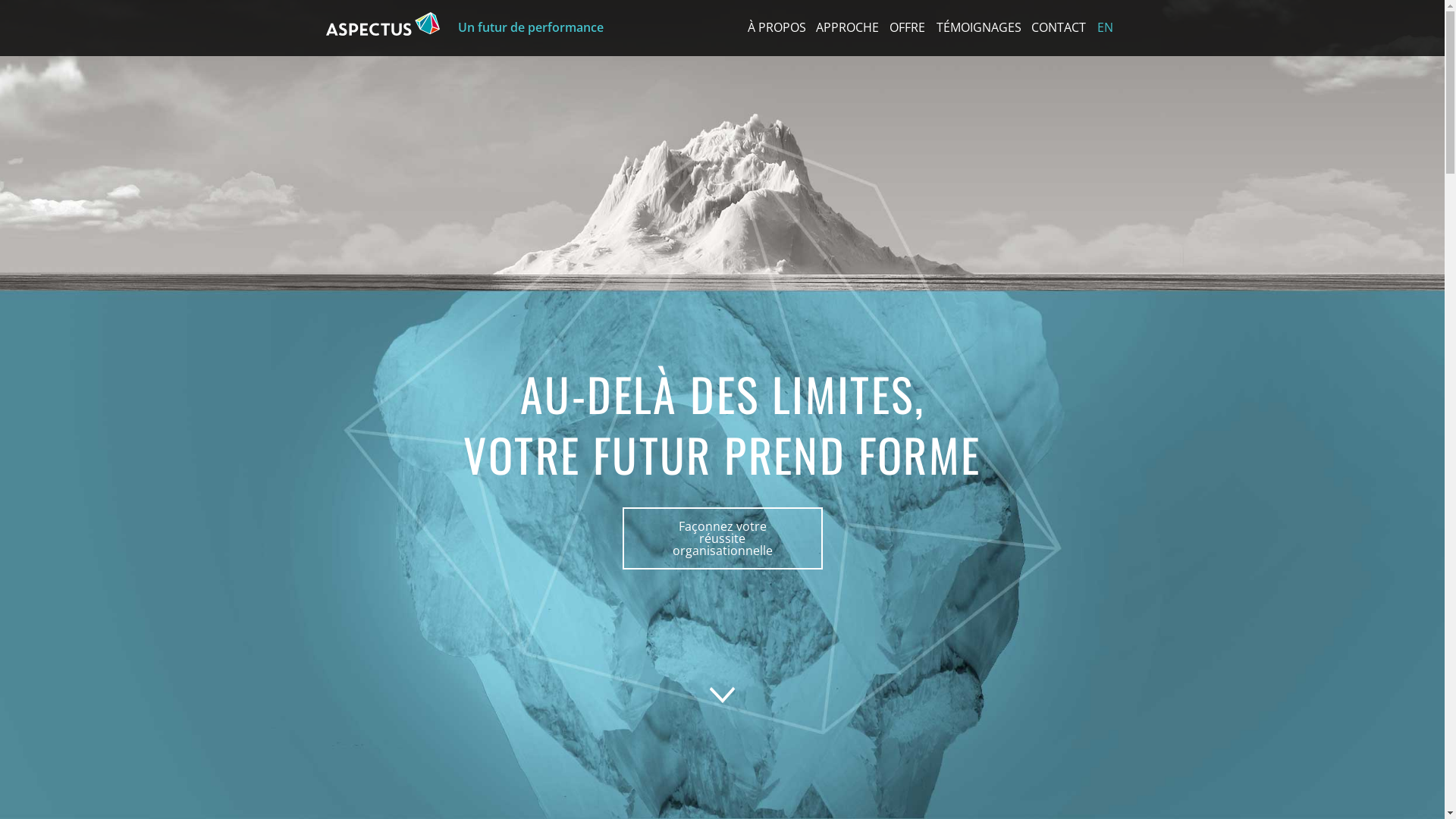  What do you see at coordinates (1056, 27) in the screenshot?
I see `'CONTACT'` at bounding box center [1056, 27].